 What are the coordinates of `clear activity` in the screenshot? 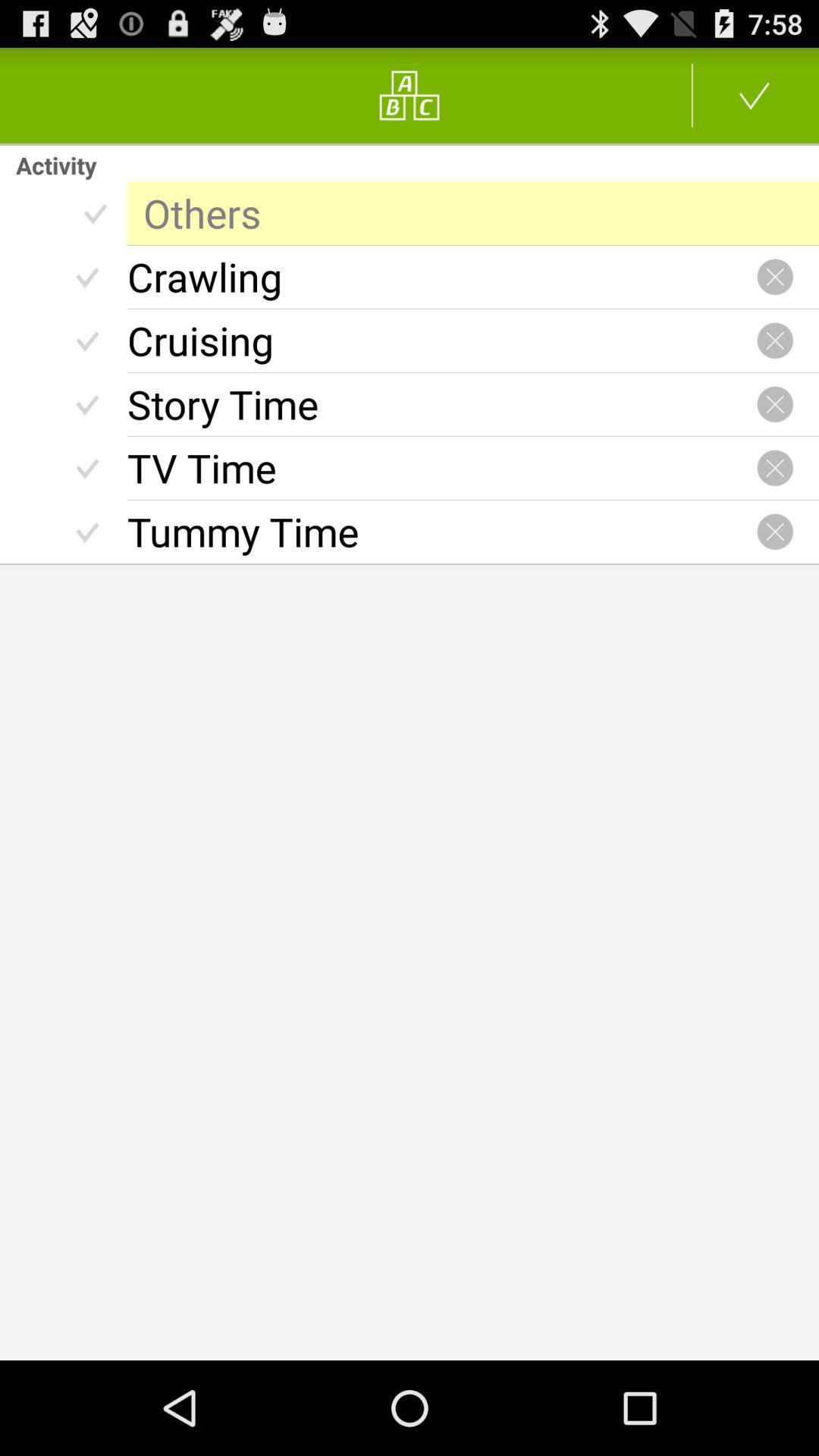 It's located at (775, 467).